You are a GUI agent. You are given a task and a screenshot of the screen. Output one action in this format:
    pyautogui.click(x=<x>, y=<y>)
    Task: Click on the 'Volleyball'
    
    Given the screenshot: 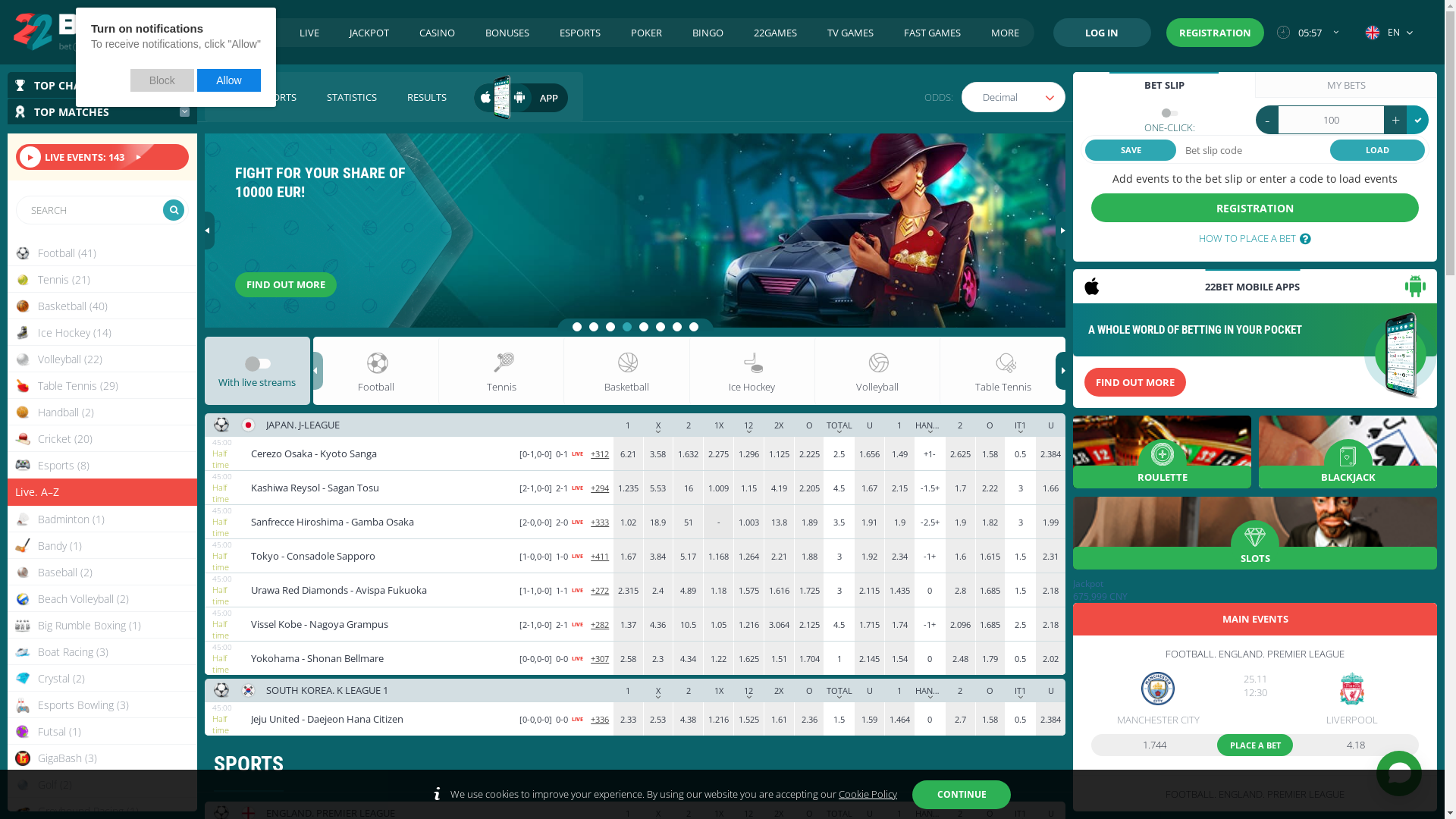 What is the action you would take?
    pyautogui.click(x=877, y=371)
    